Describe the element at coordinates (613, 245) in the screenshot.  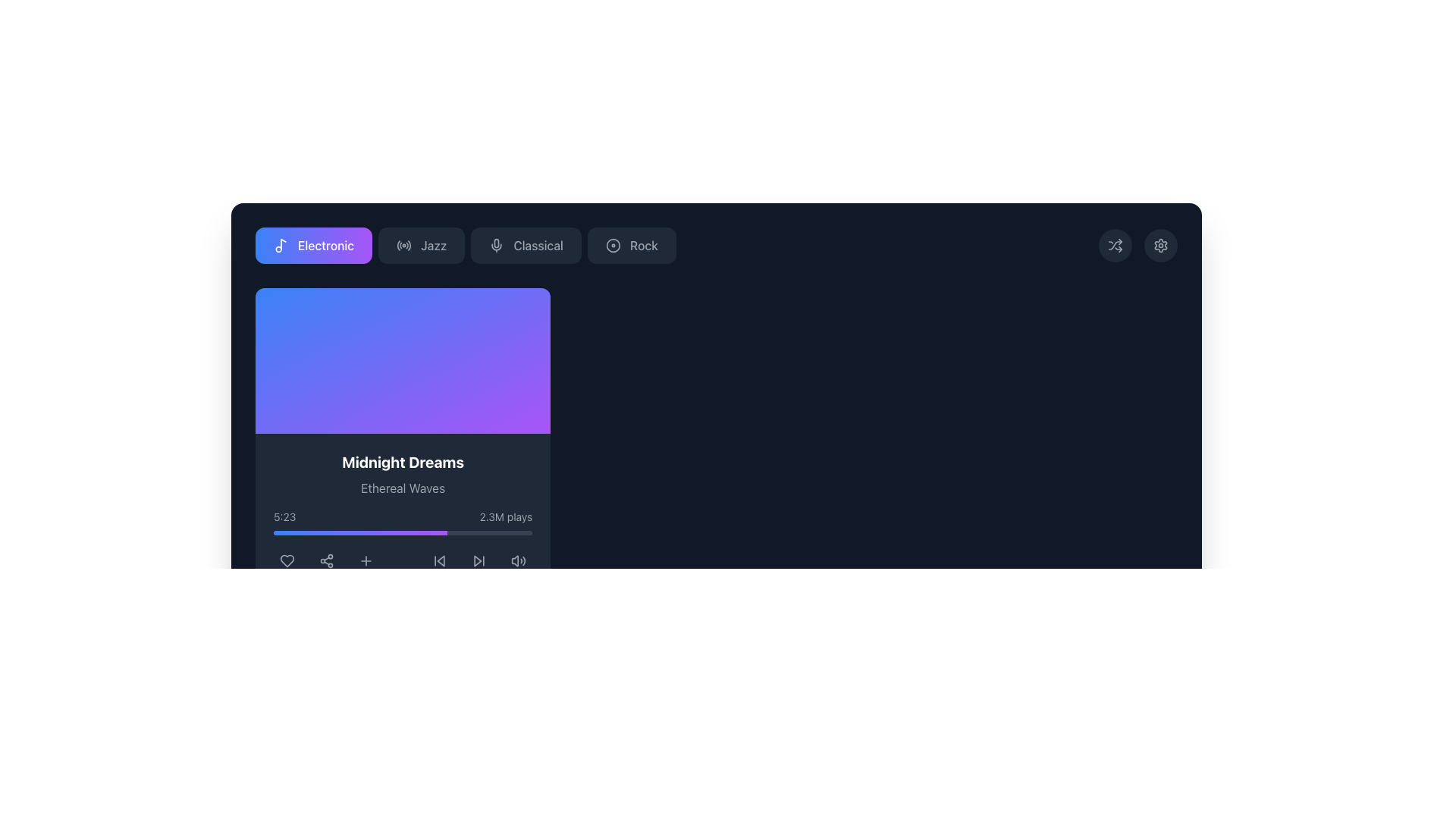
I see `the circular icon resembling a disc that is part of the 'Rock' button, located on the top right section of the button row` at that location.